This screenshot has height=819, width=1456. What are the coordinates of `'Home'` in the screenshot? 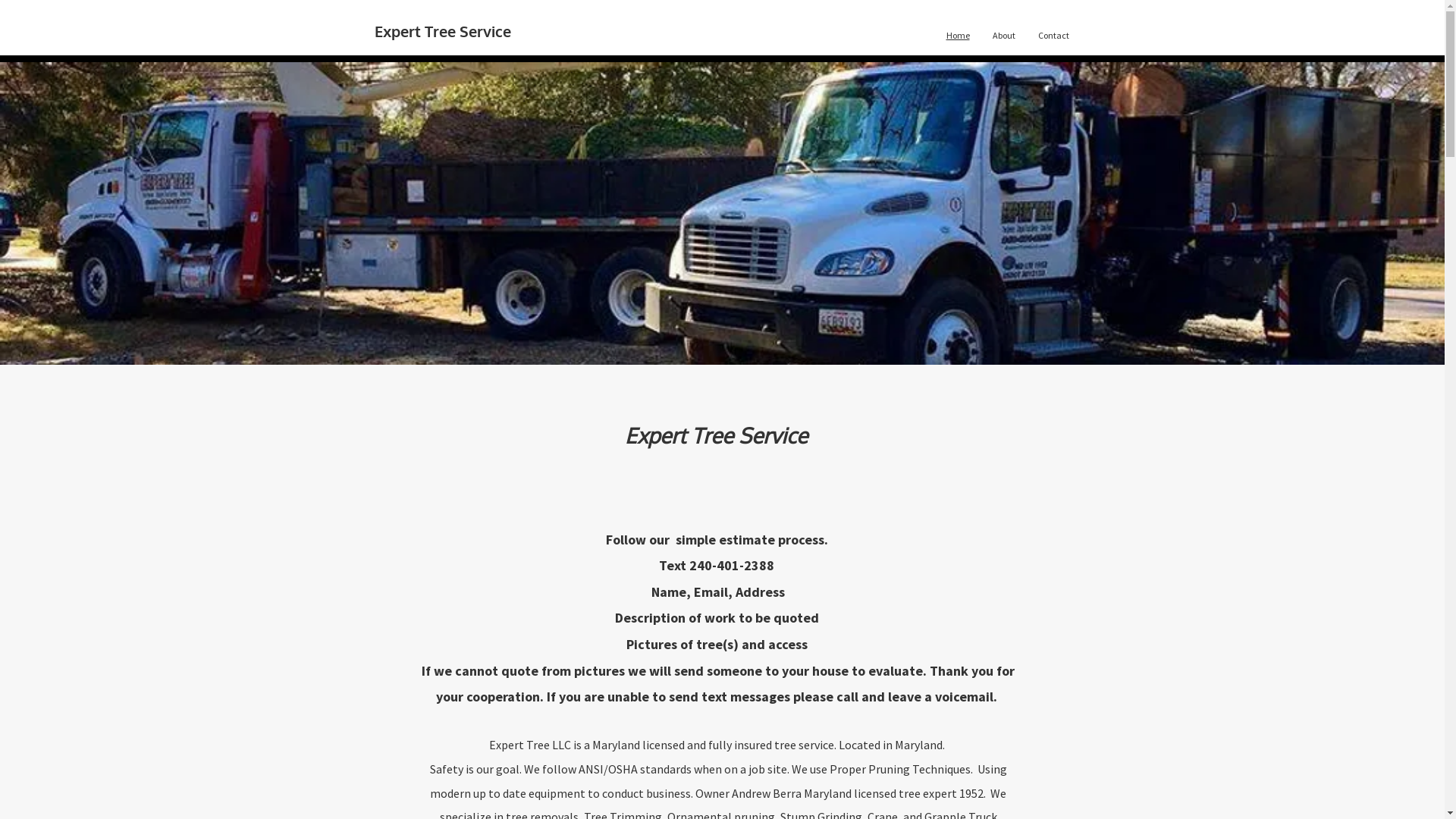 It's located at (956, 34).